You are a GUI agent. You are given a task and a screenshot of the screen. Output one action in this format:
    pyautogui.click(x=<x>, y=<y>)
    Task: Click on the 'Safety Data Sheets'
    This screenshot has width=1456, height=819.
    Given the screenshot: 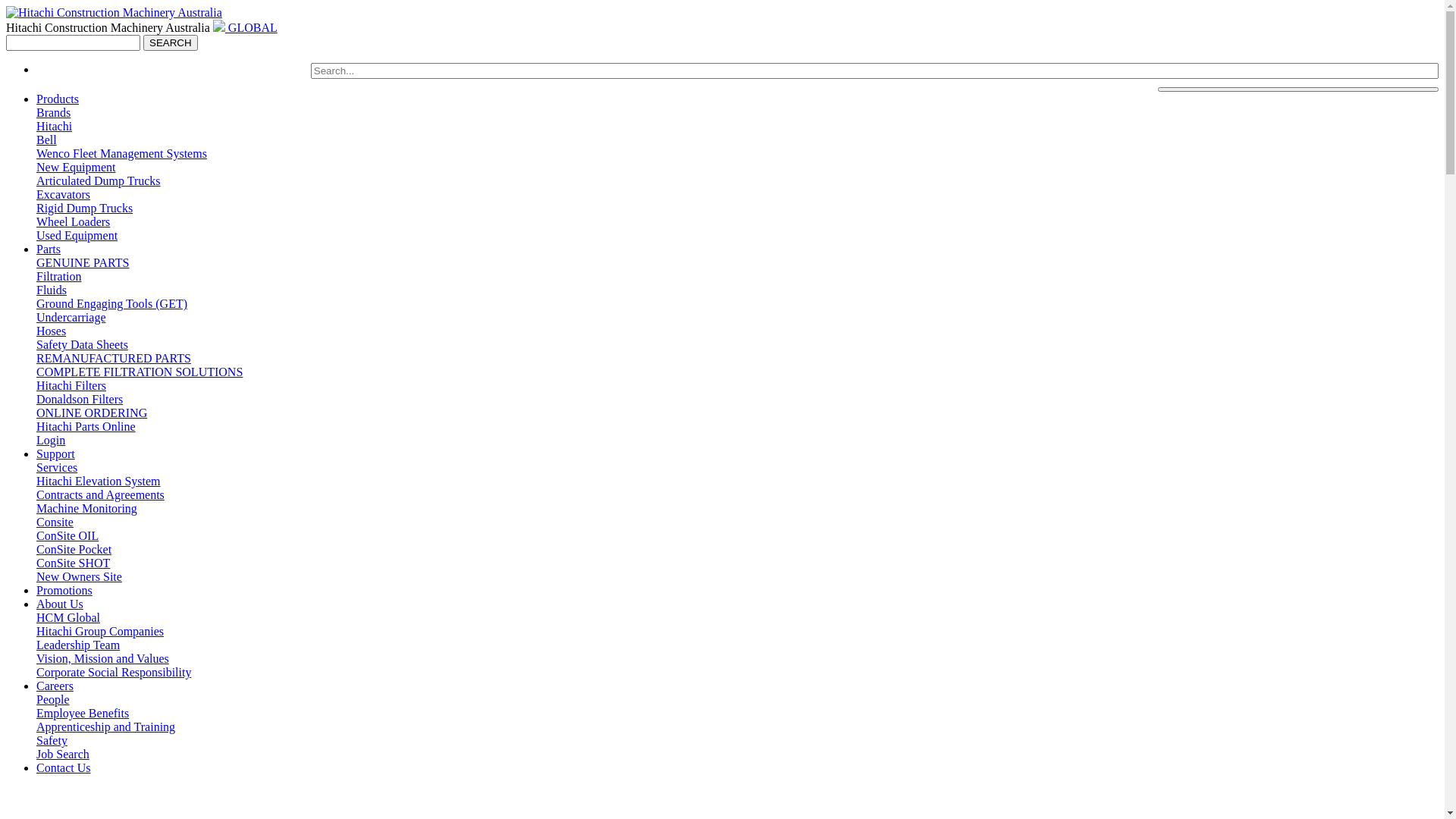 What is the action you would take?
    pyautogui.click(x=81, y=344)
    